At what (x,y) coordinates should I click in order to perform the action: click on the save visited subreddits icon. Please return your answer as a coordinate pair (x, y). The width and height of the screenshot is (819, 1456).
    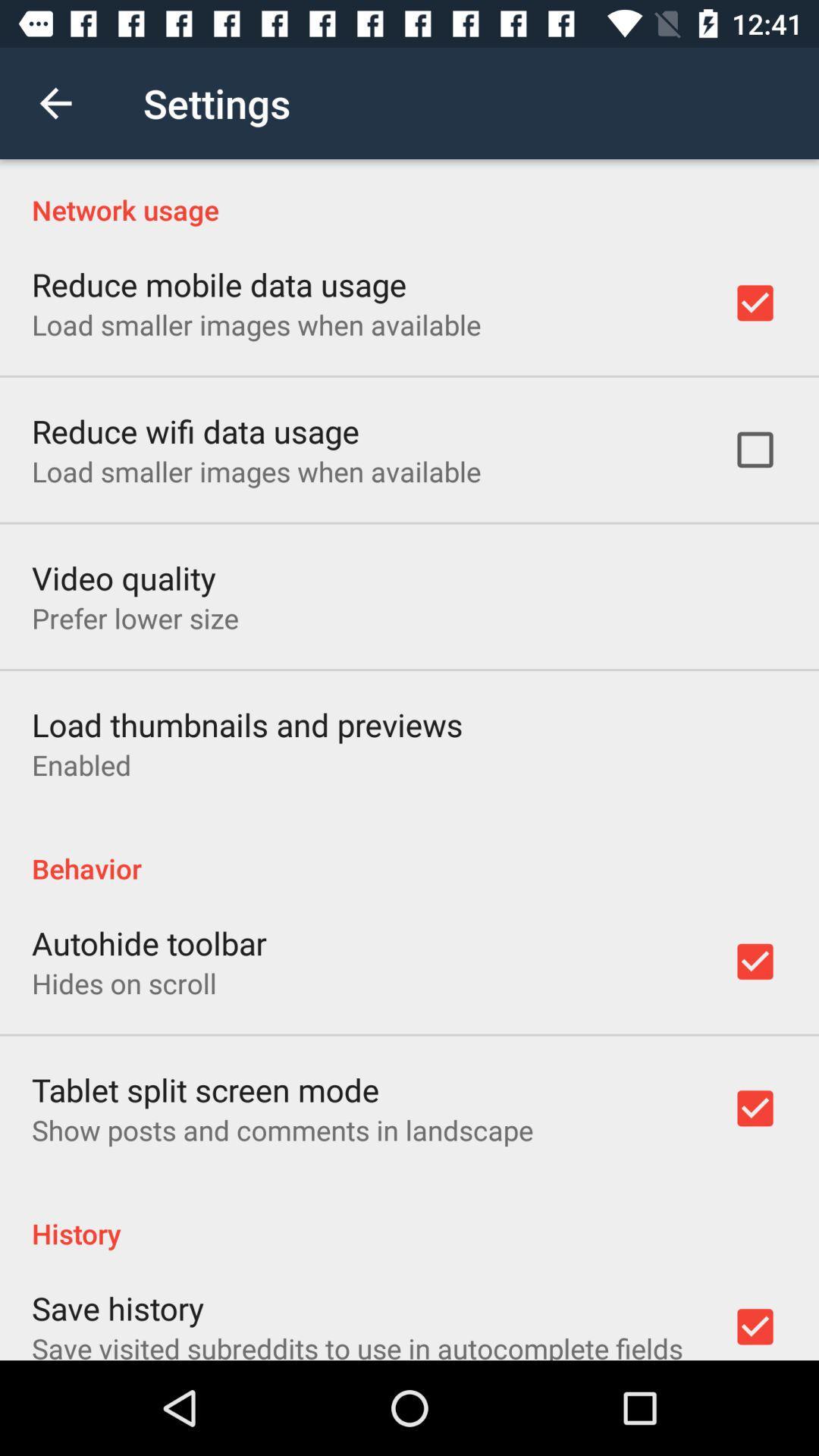
    Looking at the image, I should click on (357, 1345).